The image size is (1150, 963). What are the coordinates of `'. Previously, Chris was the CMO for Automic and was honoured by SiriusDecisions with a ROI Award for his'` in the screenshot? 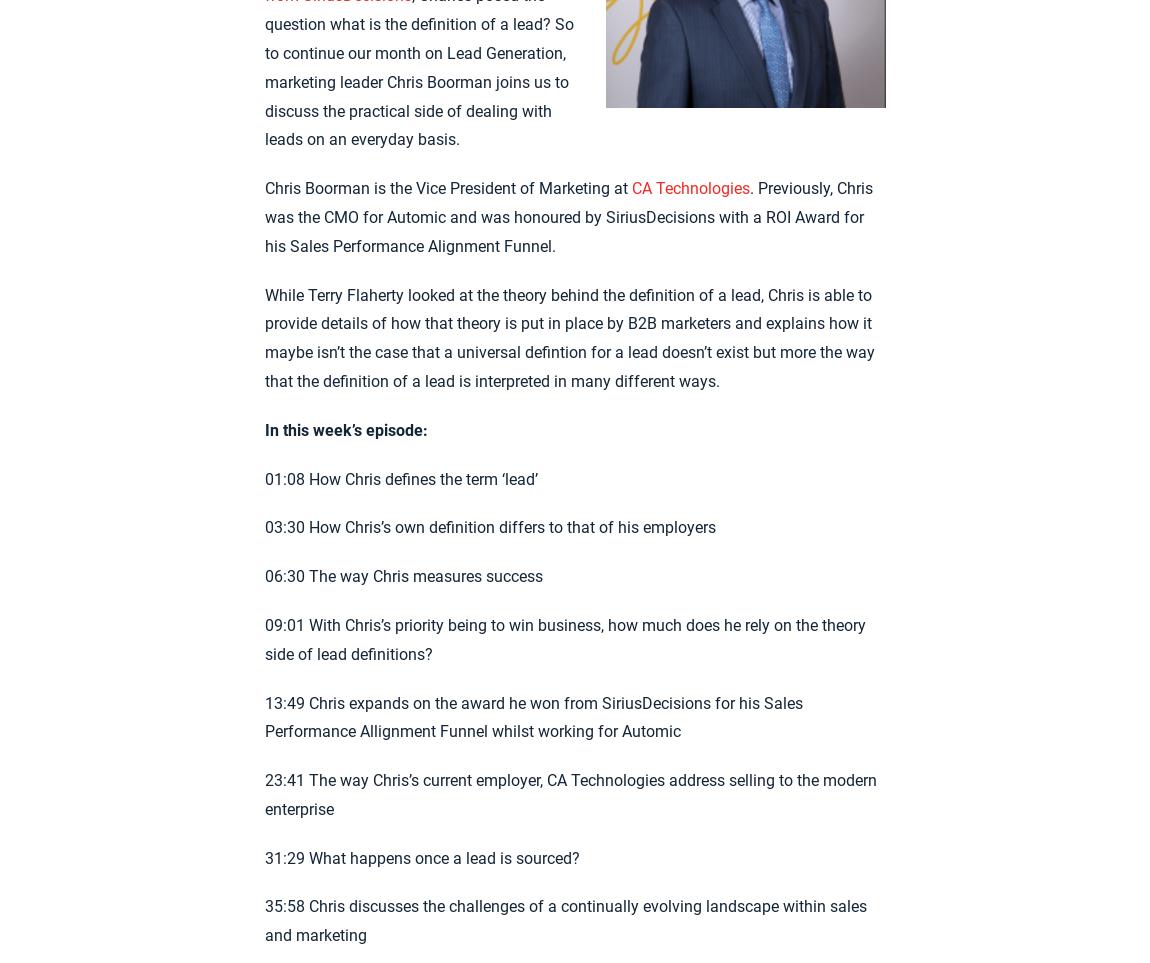 It's located at (263, 215).